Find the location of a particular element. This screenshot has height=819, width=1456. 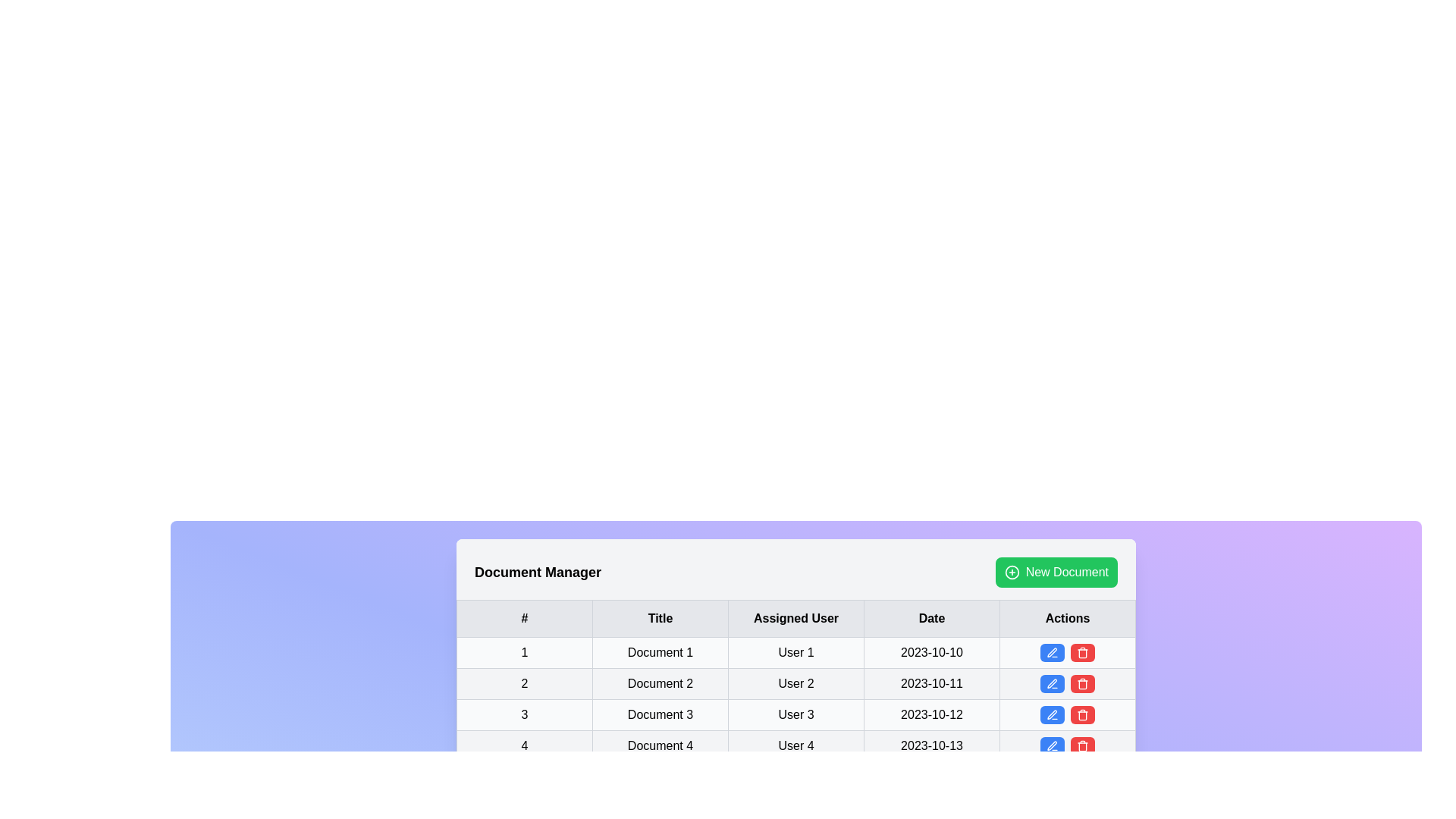

the button in the Actions column corresponding to 'Document 4' to observe the hover effect is located at coordinates (1051, 745).